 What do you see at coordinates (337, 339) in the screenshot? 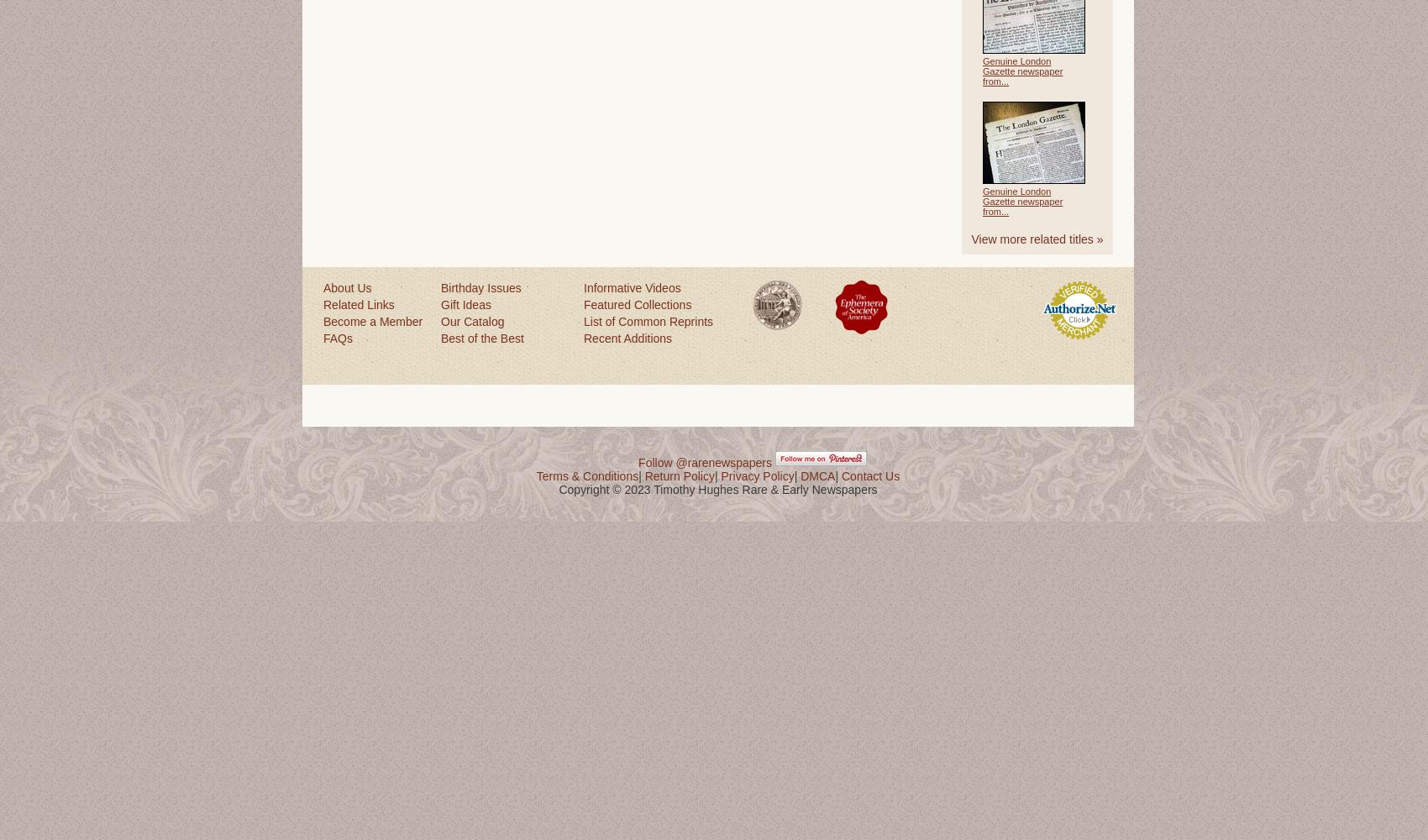
I see `'FAQs'` at bounding box center [337, 339].